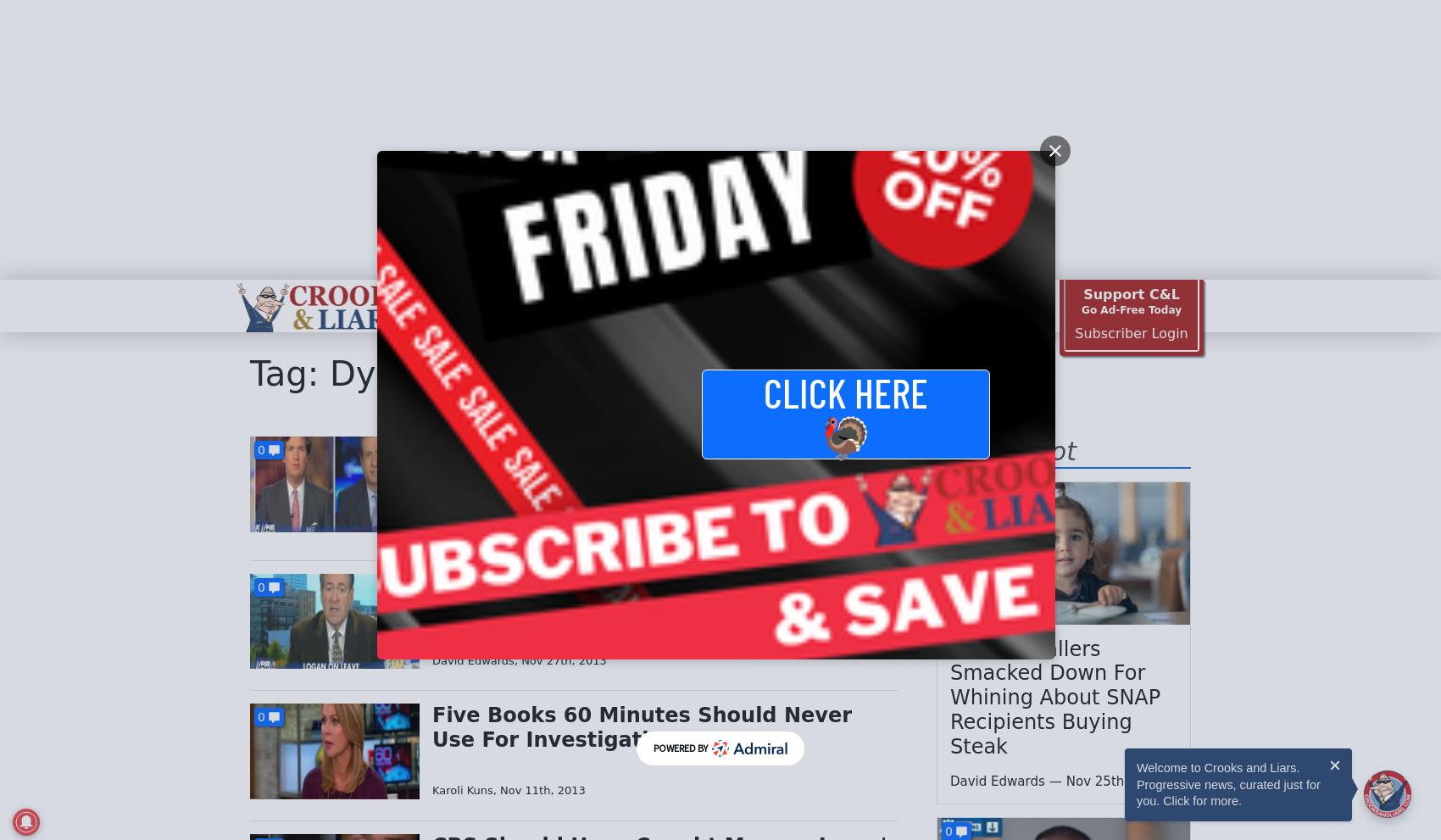  I want to click on 'CLTV', so click(439, 305).